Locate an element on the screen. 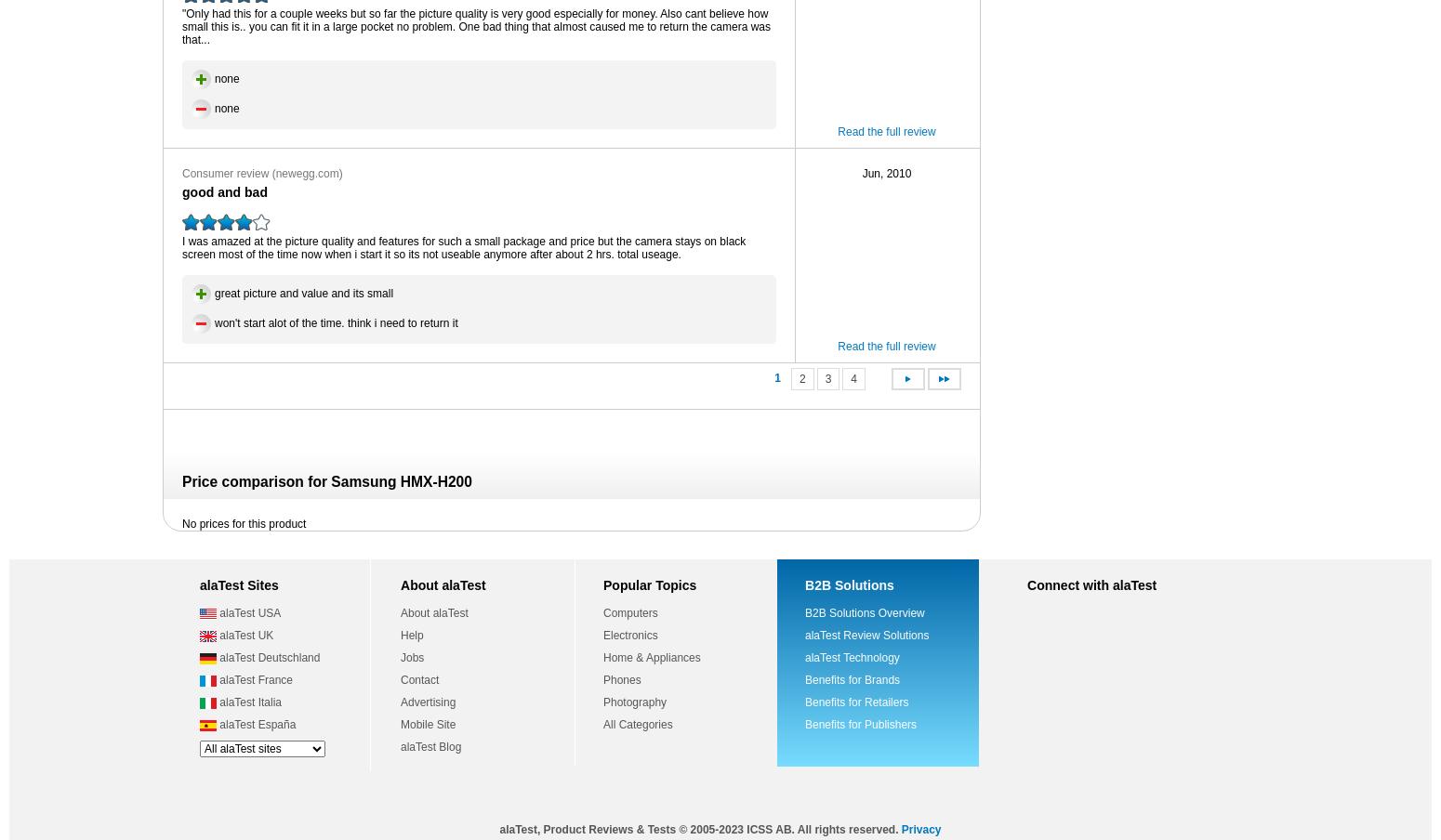 The width and height of the screenshot is (1441, 840). 'Mobile Site' is located at coordinates (401, 724).